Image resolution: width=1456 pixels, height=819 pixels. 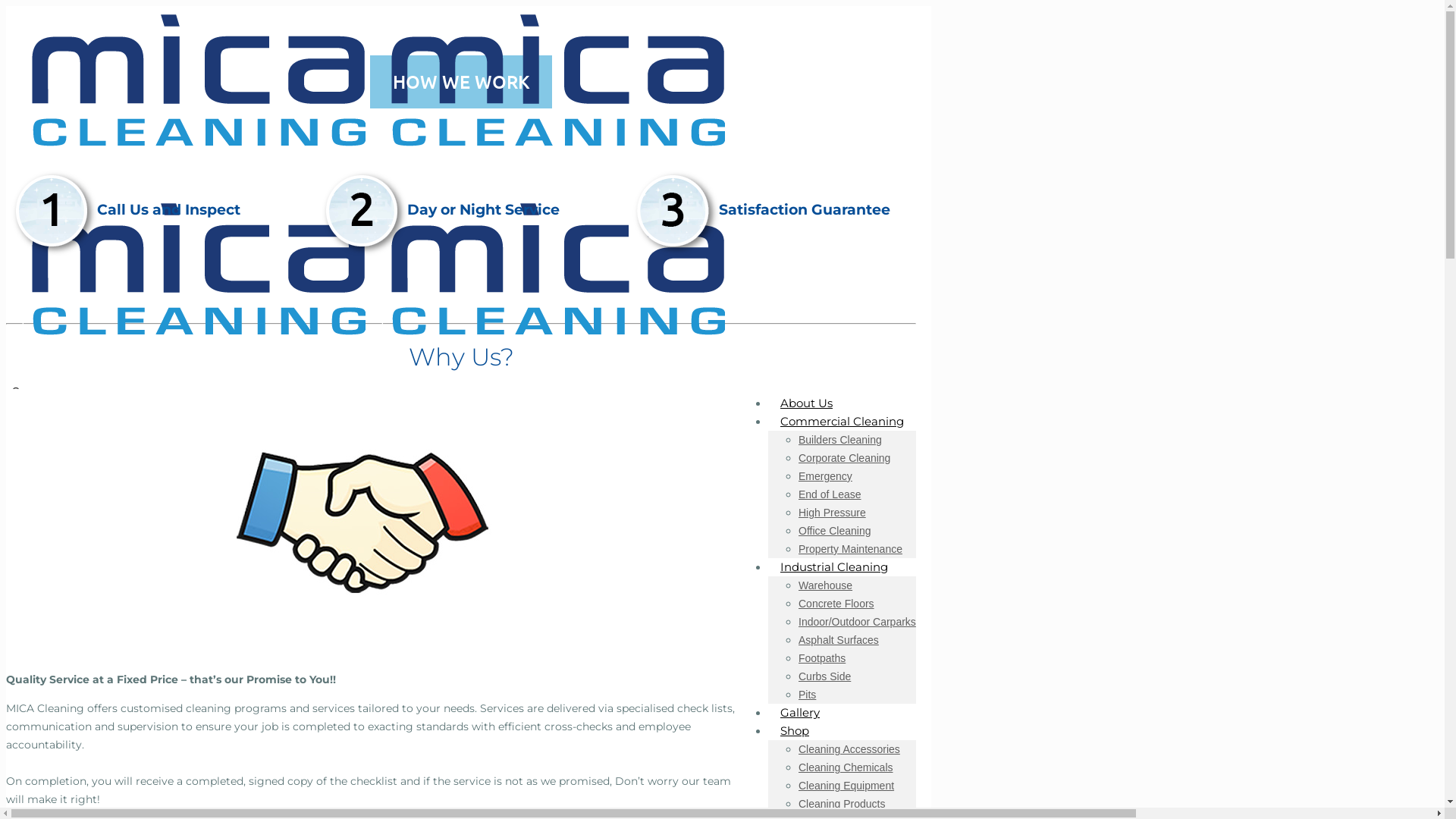 I want to click on 'Property Maintenance', so click(x=850, y=549).